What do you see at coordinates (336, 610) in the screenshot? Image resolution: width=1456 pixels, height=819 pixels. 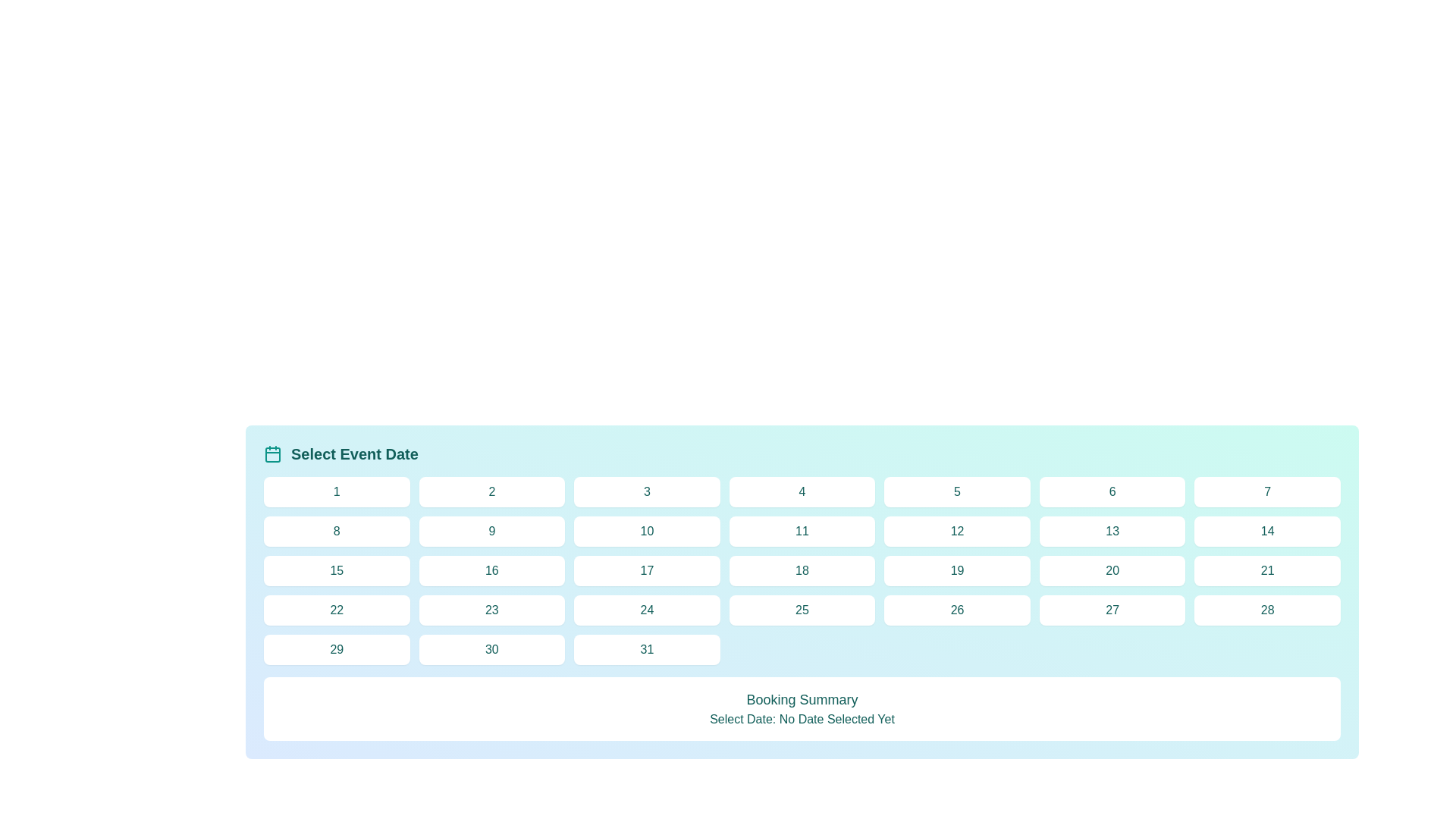 I see `the rectangular button with a white background and teal text displaying '22'` at bounding box center [336, 610].